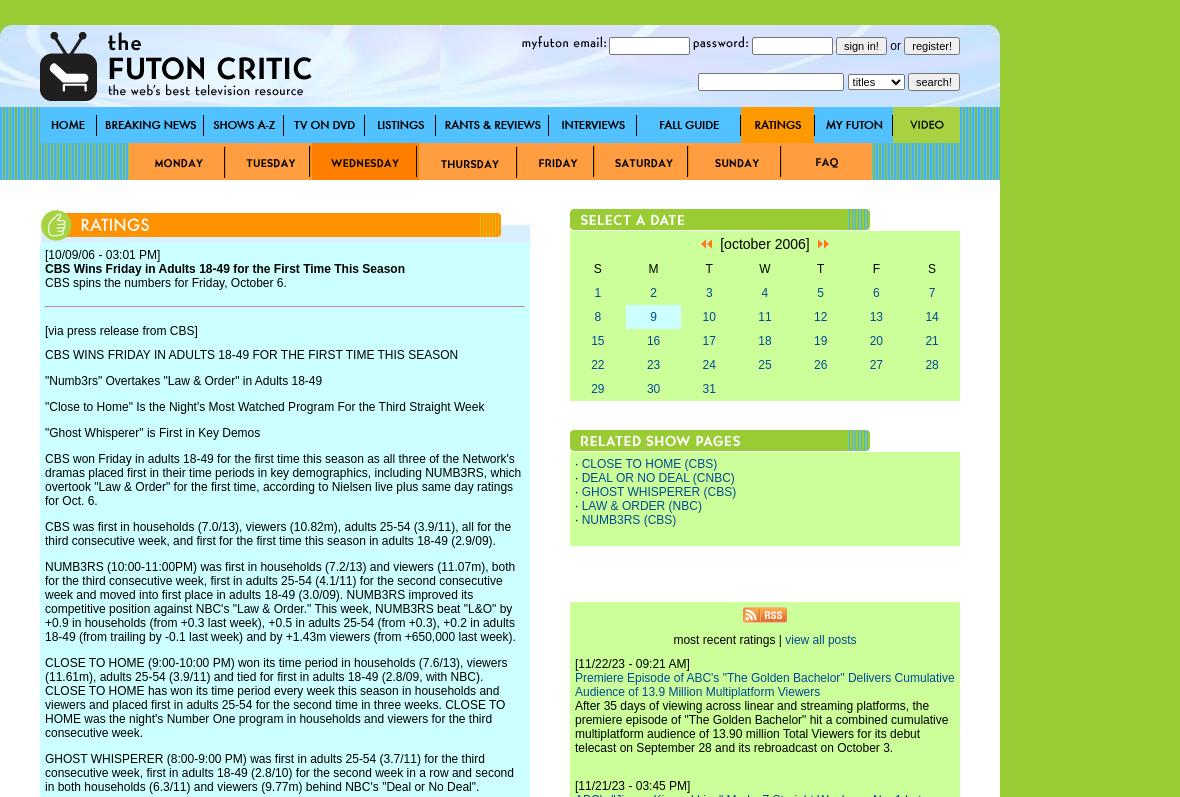 This screenshot has height=797, width=1180. What do you see at coordinates (596, 292) in the screenshot?
I see `'1'` at bounding box center [596, 292].